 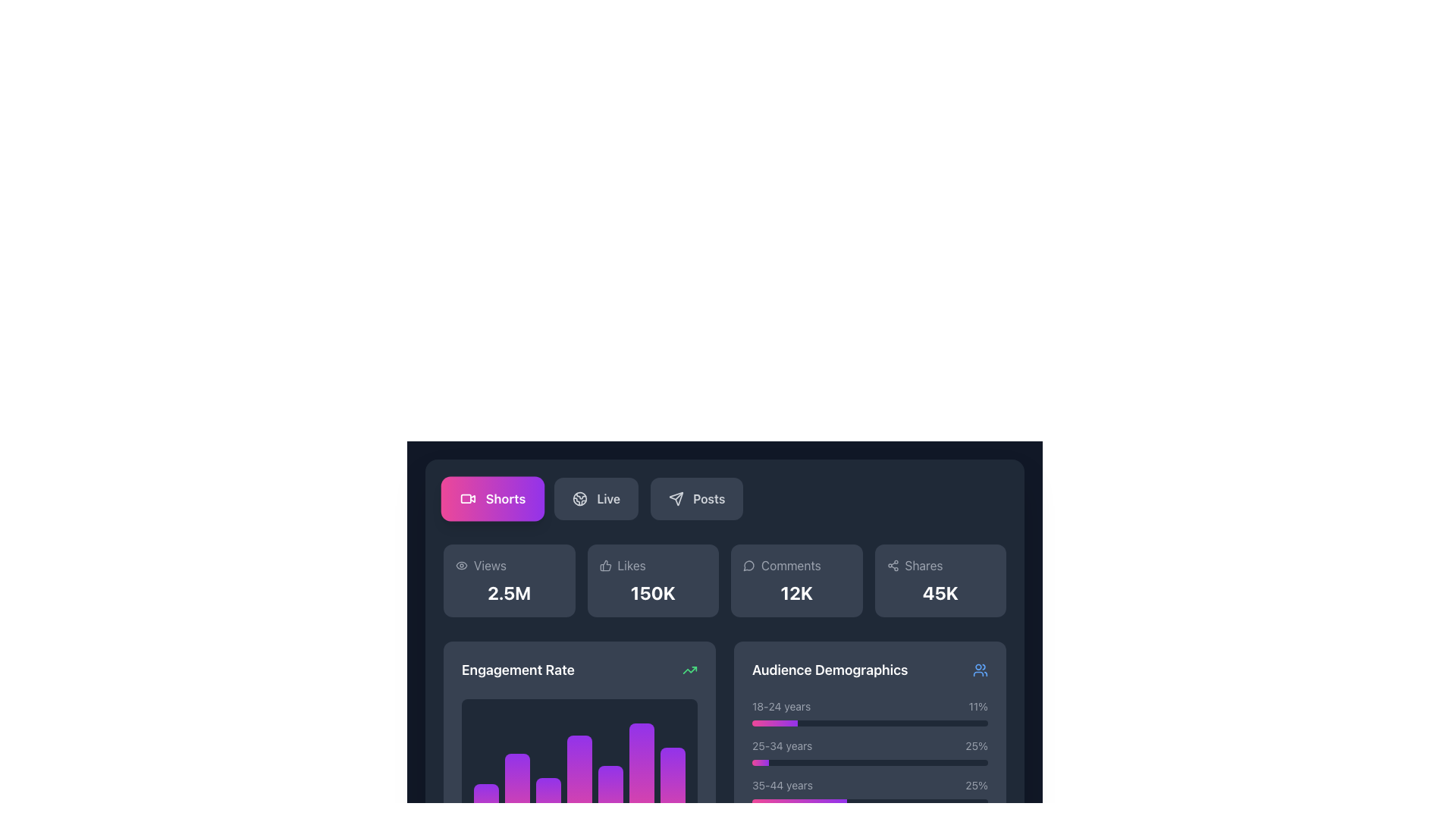 I want to click on the middle button with a dark gray background and 'Live' text, so click(x=595, y=499).